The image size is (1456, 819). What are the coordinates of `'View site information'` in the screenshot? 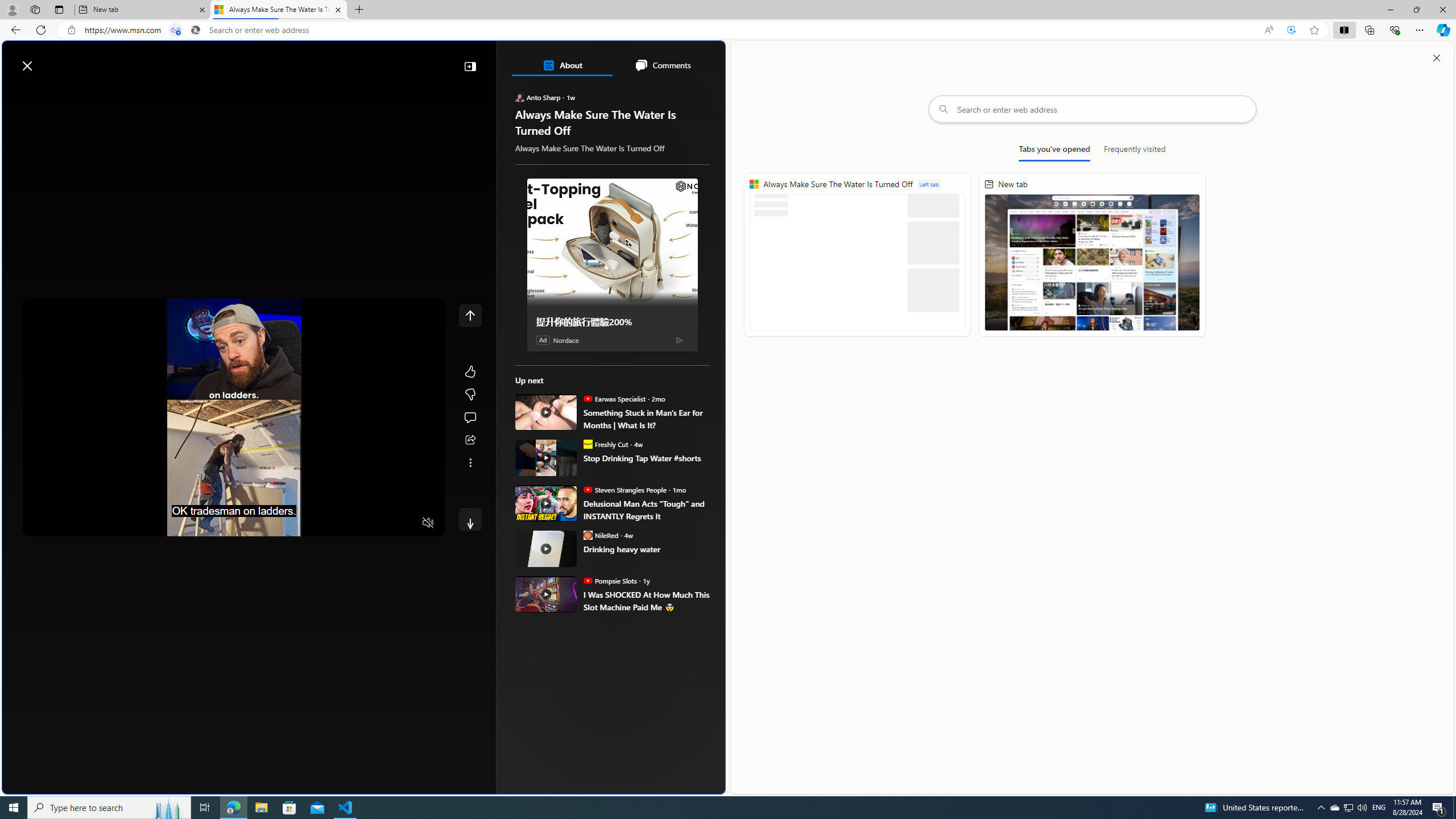 It's located at (71, 30).